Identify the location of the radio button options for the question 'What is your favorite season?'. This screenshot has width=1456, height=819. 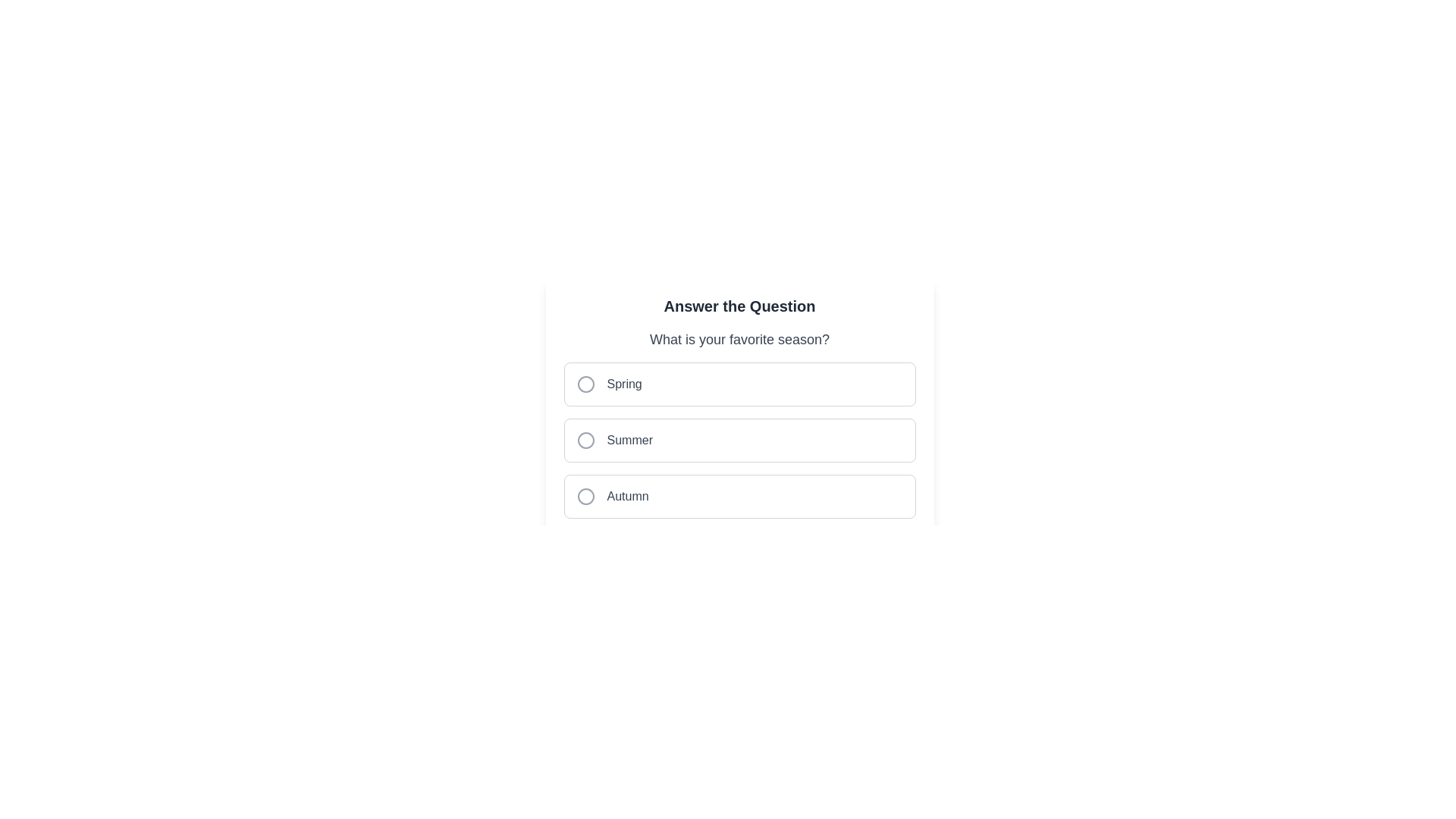
(739, 451).